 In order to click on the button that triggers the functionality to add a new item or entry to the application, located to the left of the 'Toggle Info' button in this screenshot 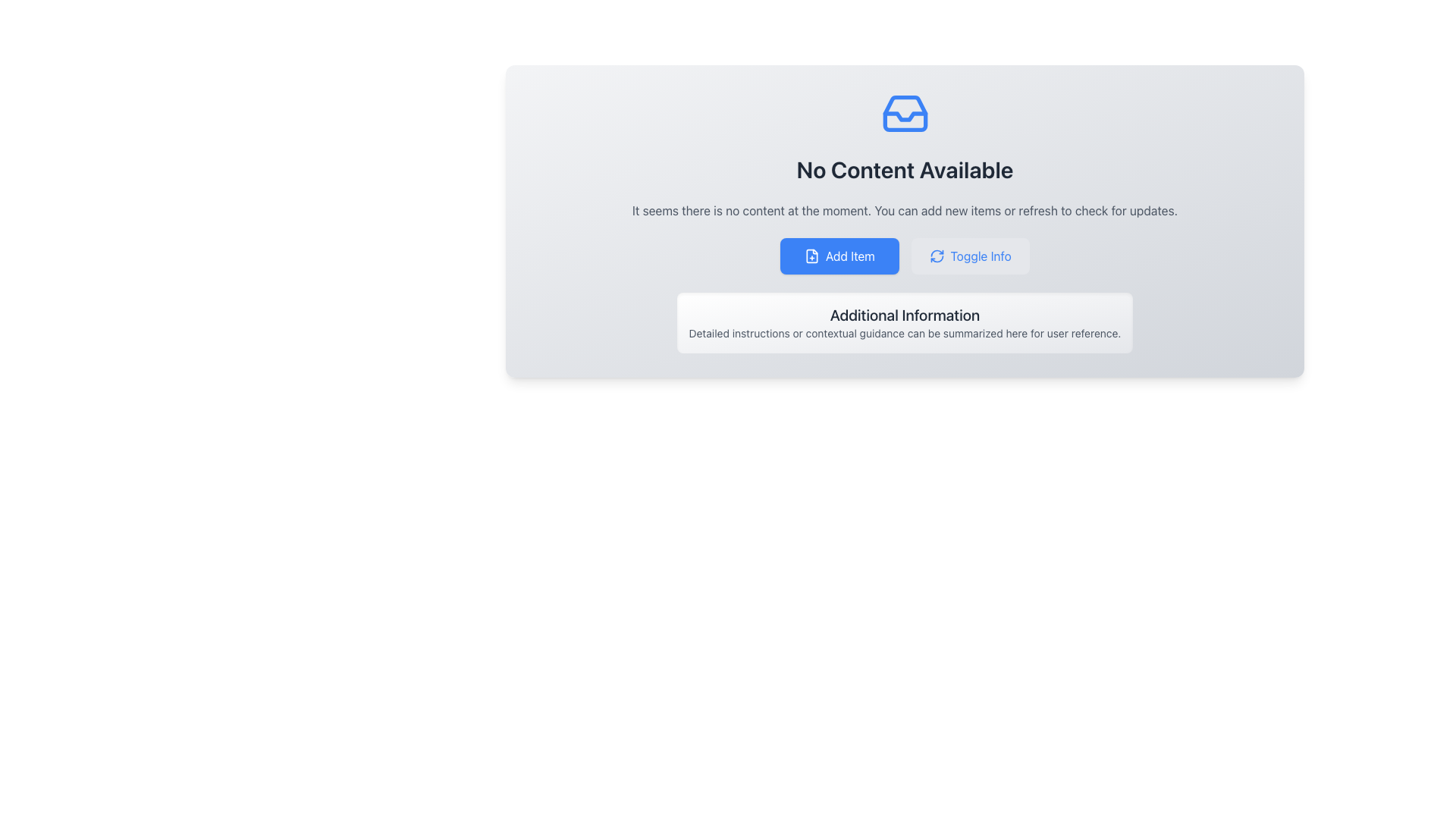, I will do `click(839, 256)`.